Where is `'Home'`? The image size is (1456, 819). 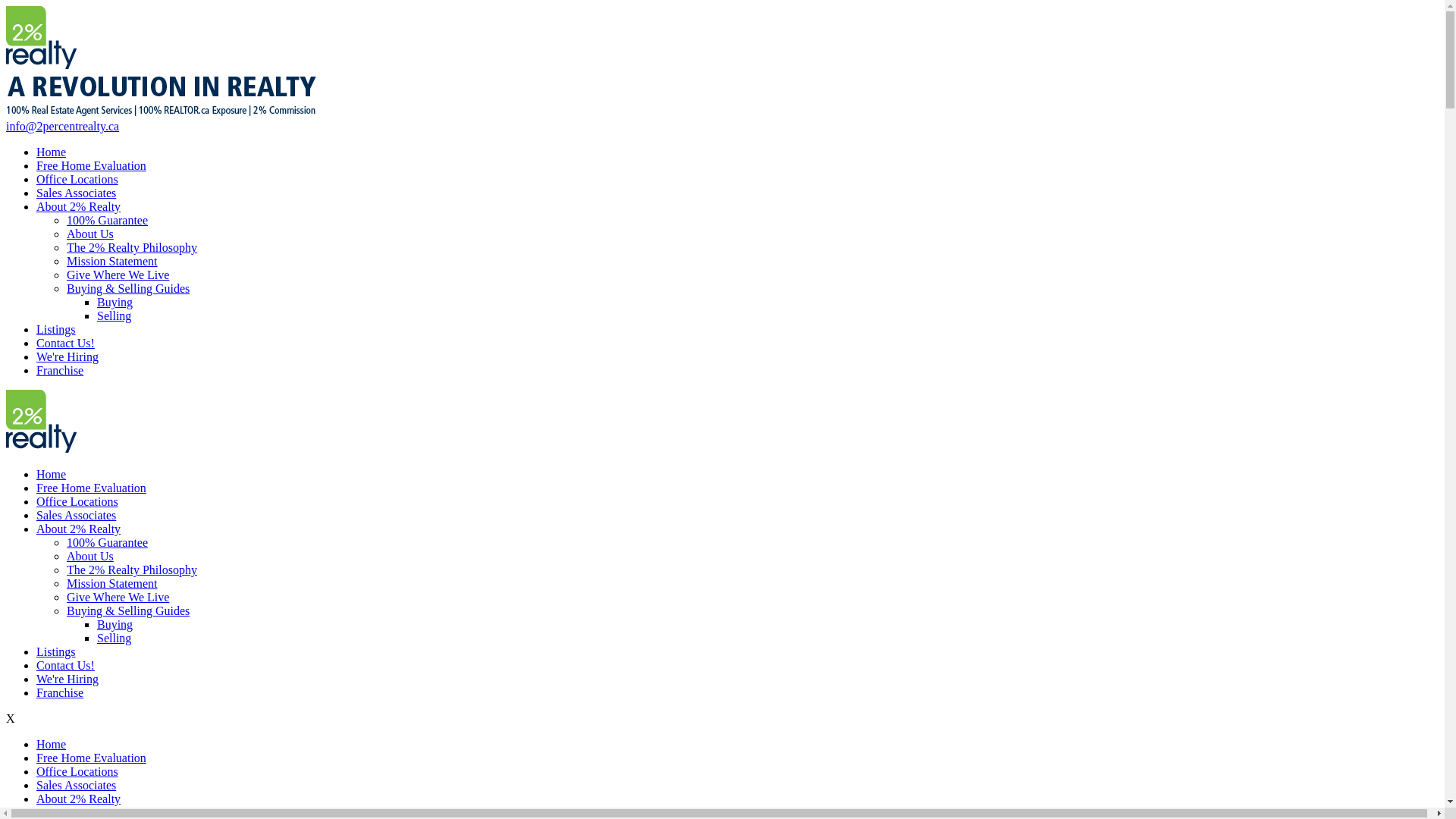 'Home' is located at coordinates (51, 473).